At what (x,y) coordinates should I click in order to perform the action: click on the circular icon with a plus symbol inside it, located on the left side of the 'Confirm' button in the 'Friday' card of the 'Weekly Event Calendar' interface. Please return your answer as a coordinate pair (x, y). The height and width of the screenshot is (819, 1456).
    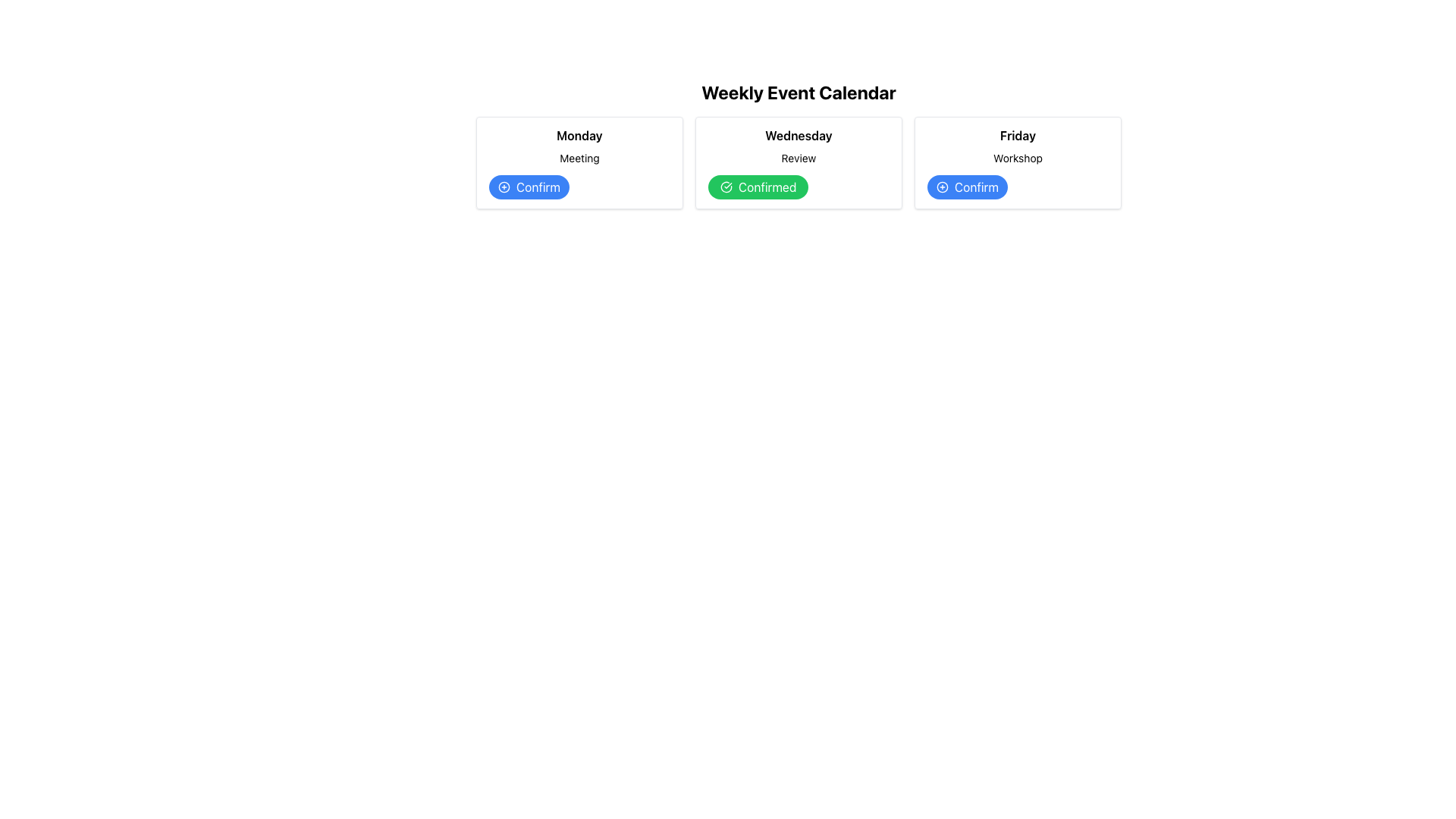
    Looking at the image, I should click on (942, 186).